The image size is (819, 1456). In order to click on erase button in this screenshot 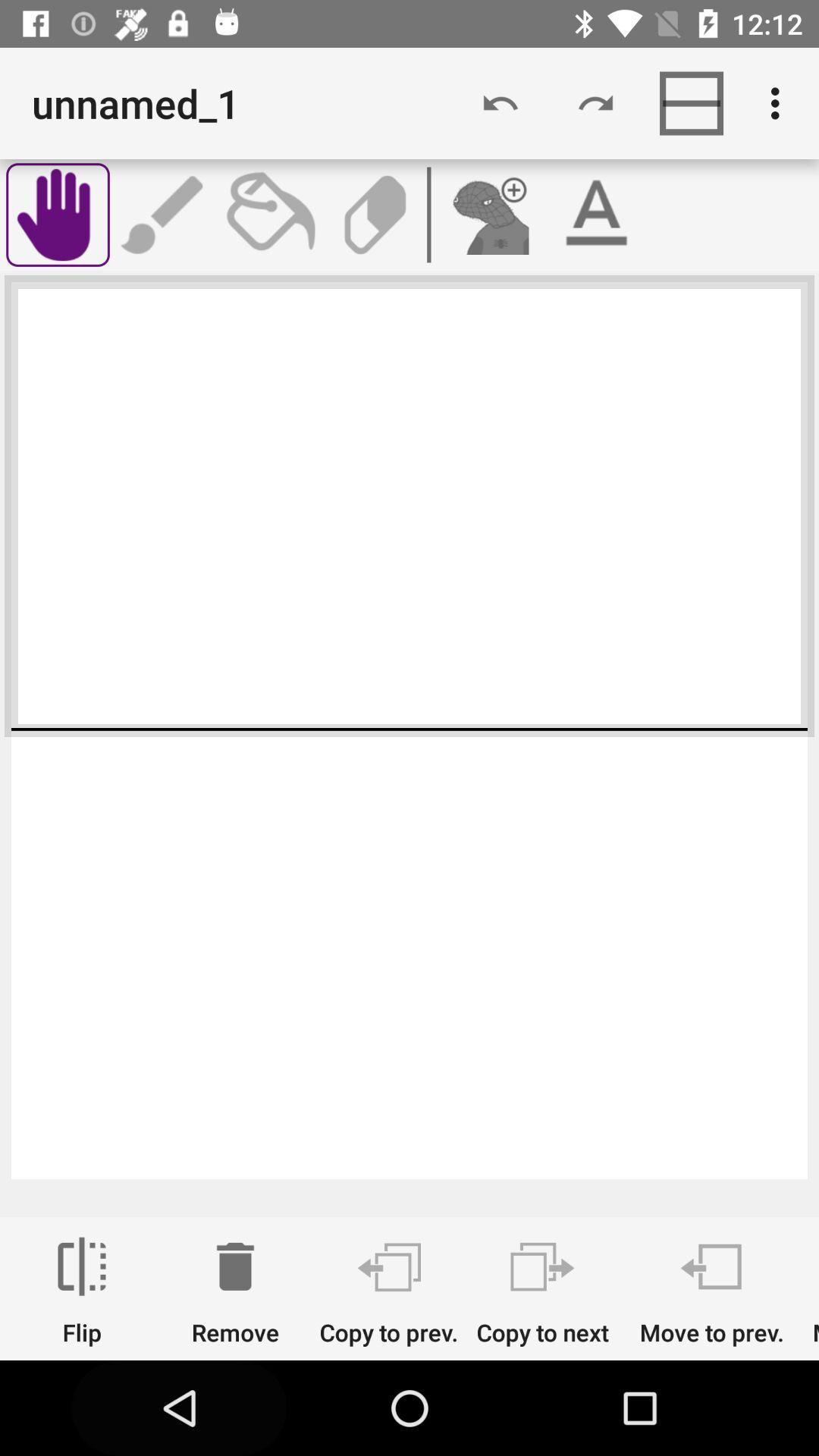, I will do `click(375, 214)`.